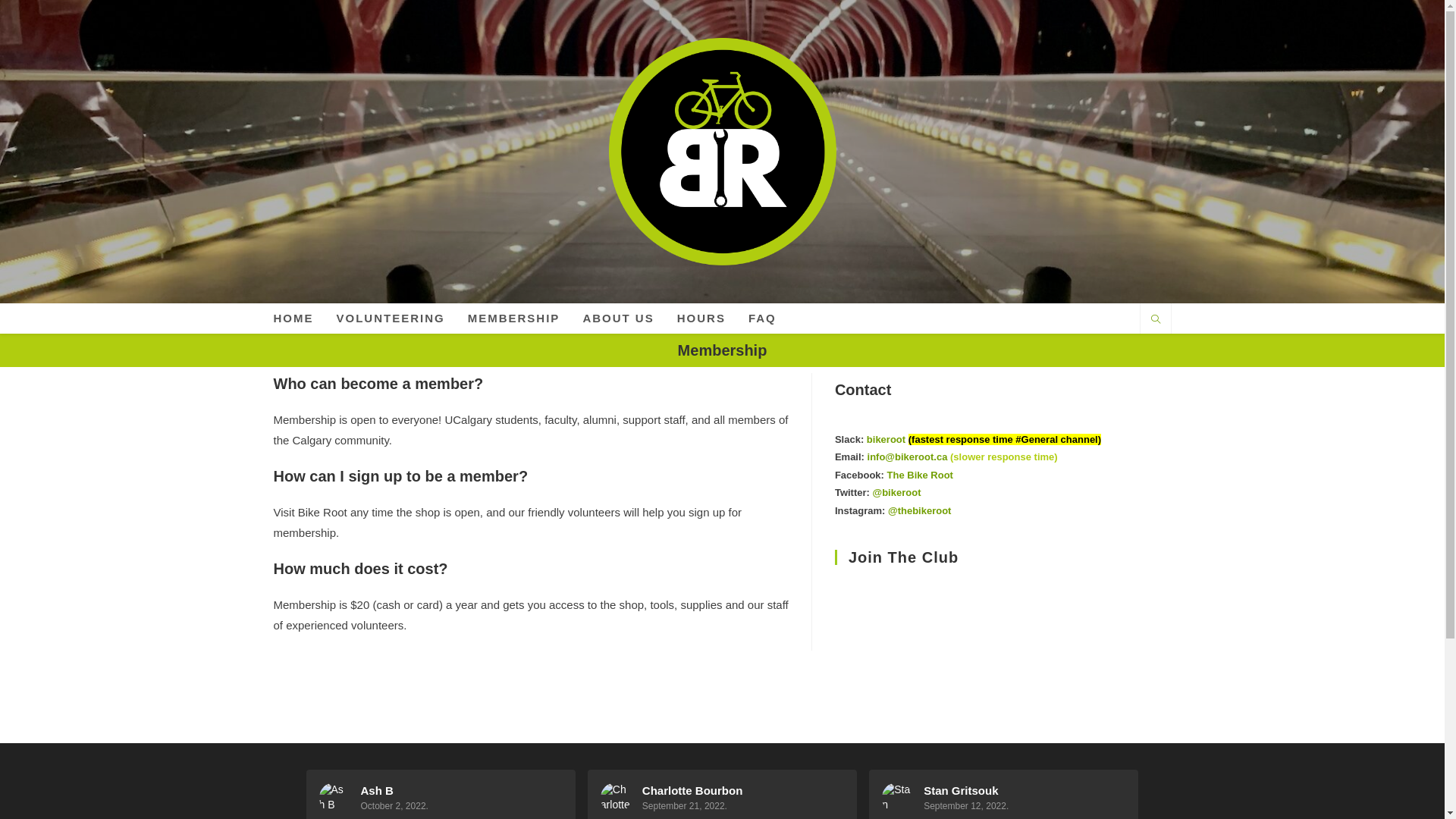 This screenshot has height=819, width=1456. Describe the element at coordinates (570, 318) in the screenshot. I see `'ABOUT US'` at that location.